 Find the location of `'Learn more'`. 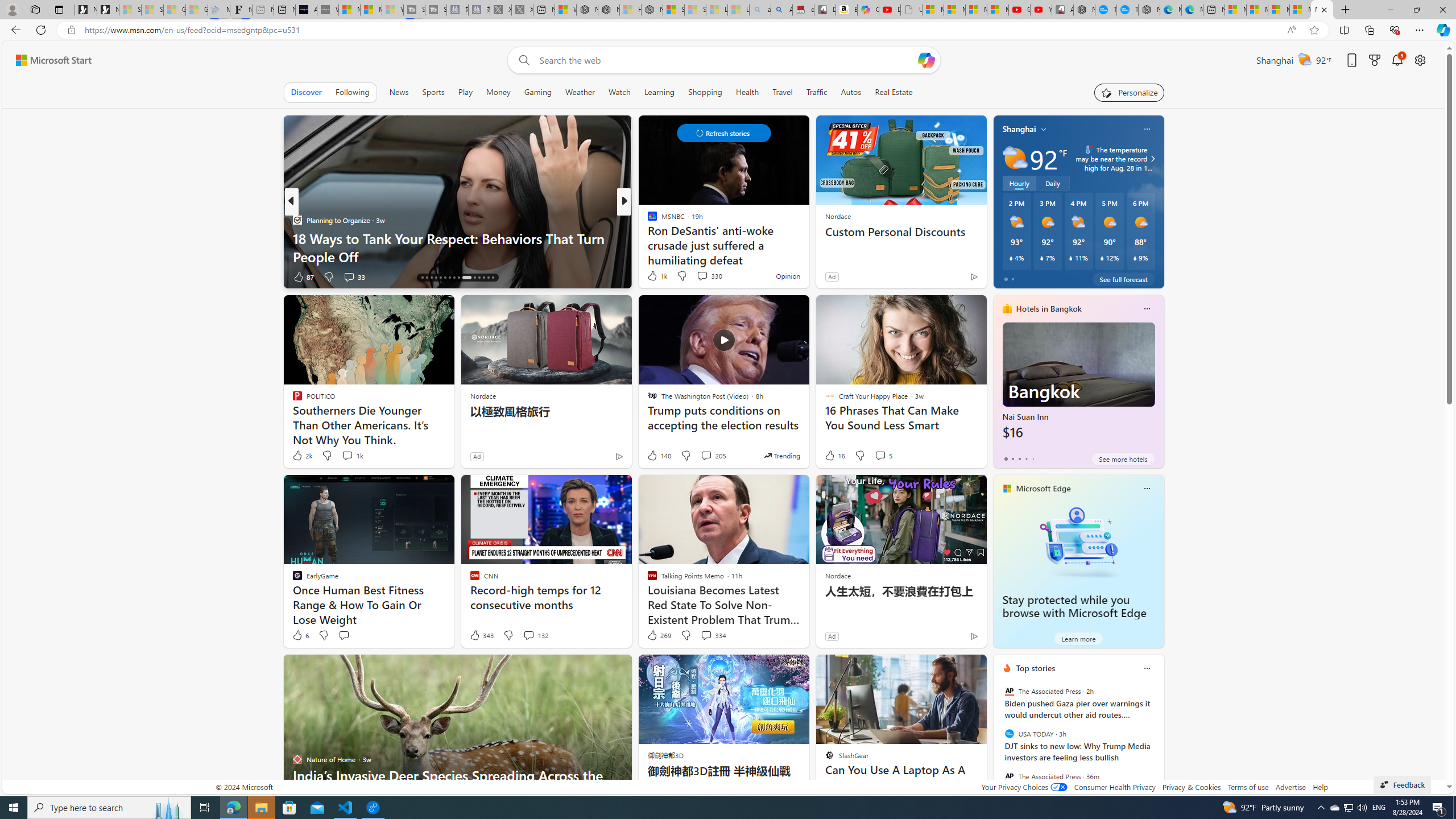

'Learn more' is located at coordinates (1078, 638).